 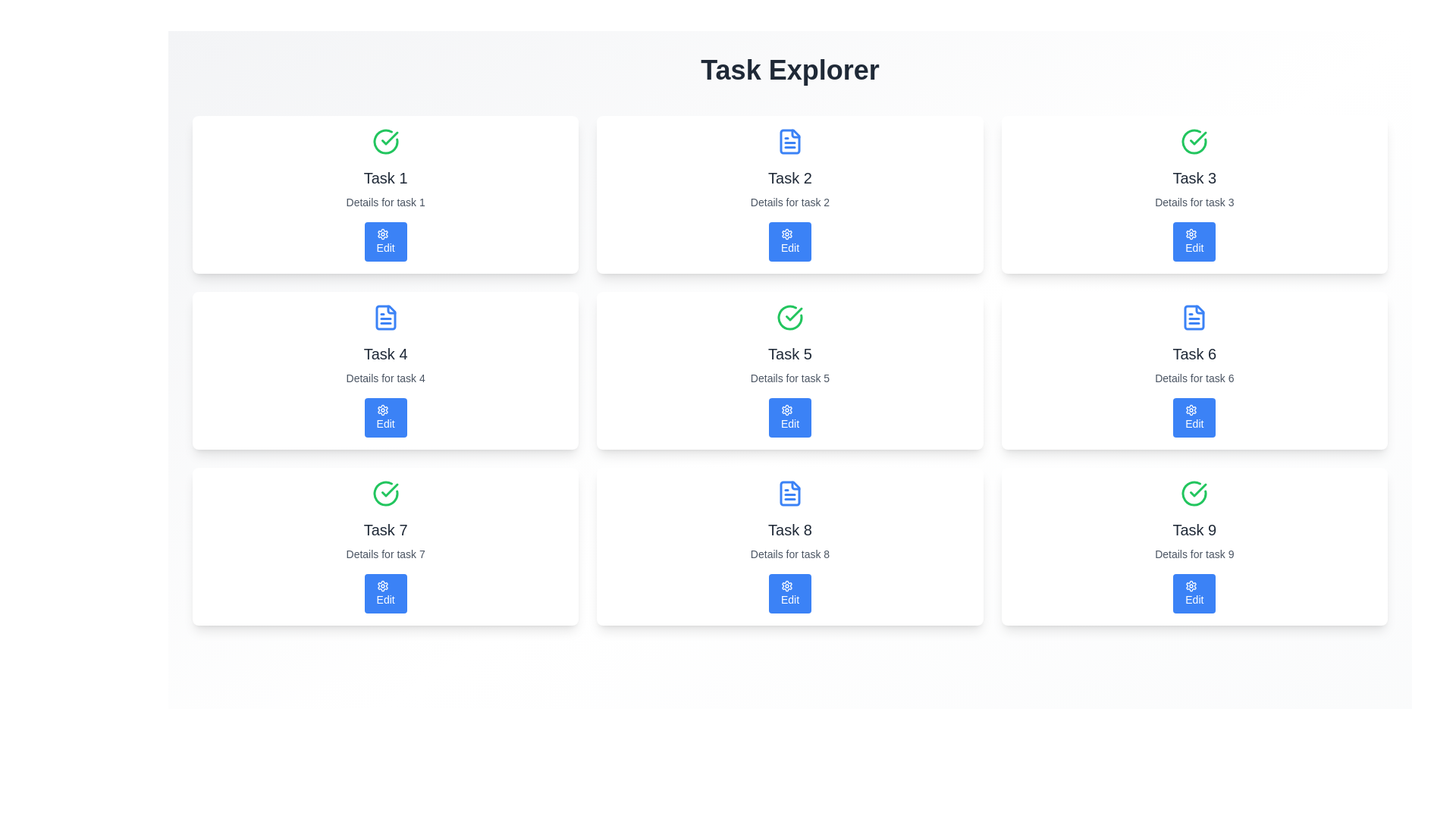 I want to click on the task title label displayed in the third position of the first row in the task management interface, so click(x=1194, y=177).